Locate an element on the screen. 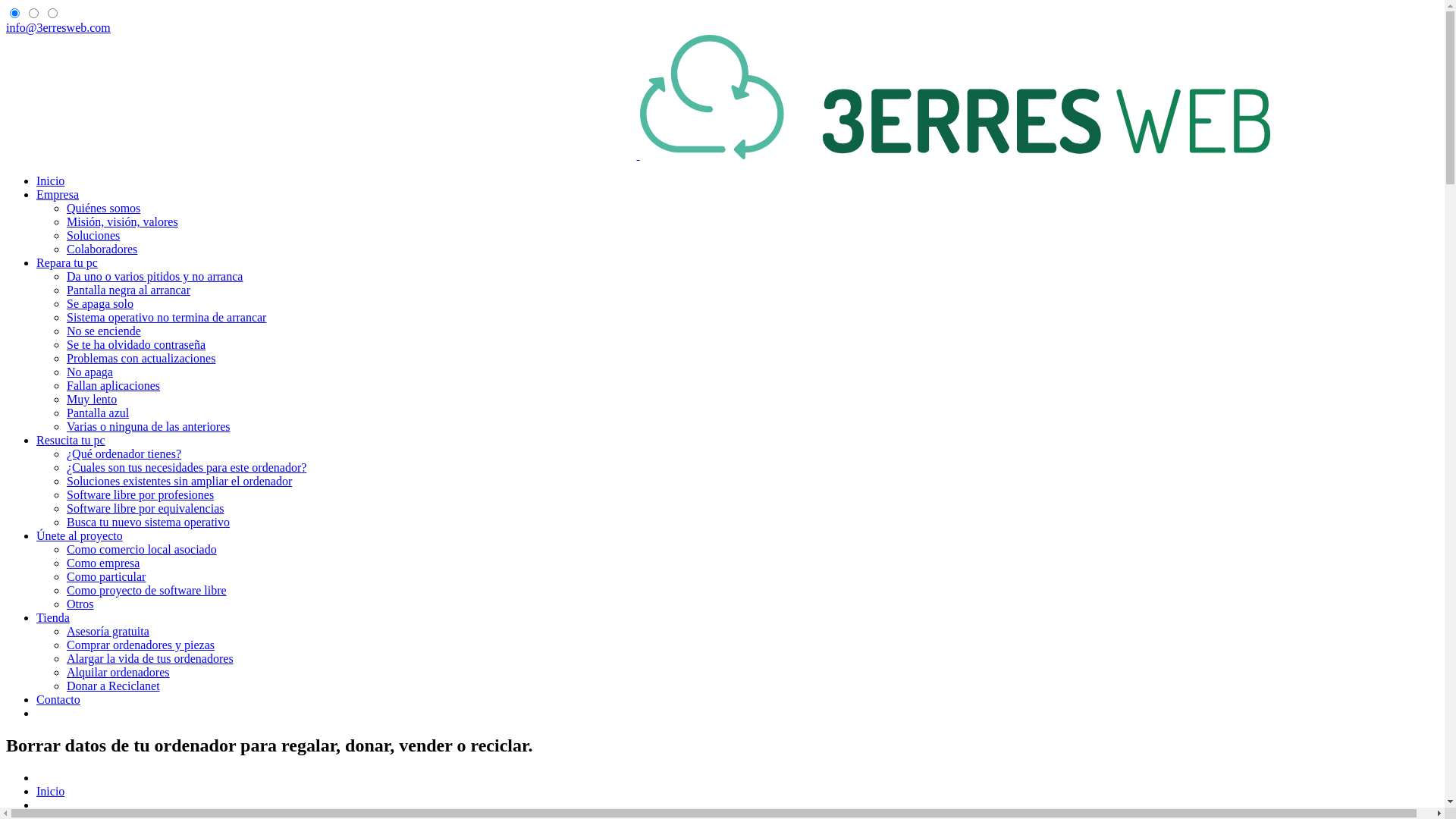  'Pantalla azul' is located at coordinates (97, 413).